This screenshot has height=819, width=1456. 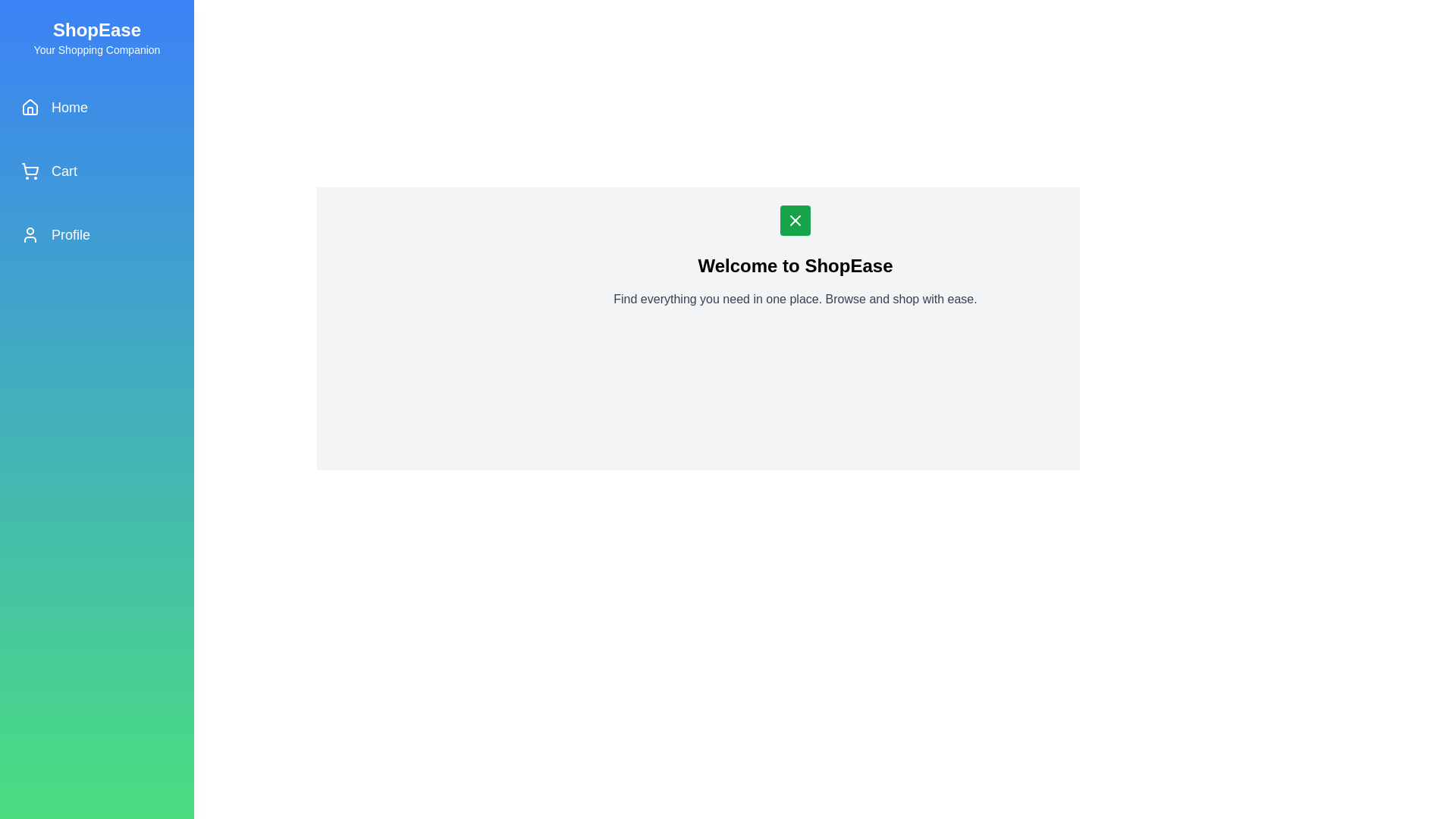 What do you see at coordinates (795, 220) in the screenshot?
I see `the close icon button, which is centered above the heading text 'Welcome to ShopEase' in the main content section` at bounding box center [795, 220].